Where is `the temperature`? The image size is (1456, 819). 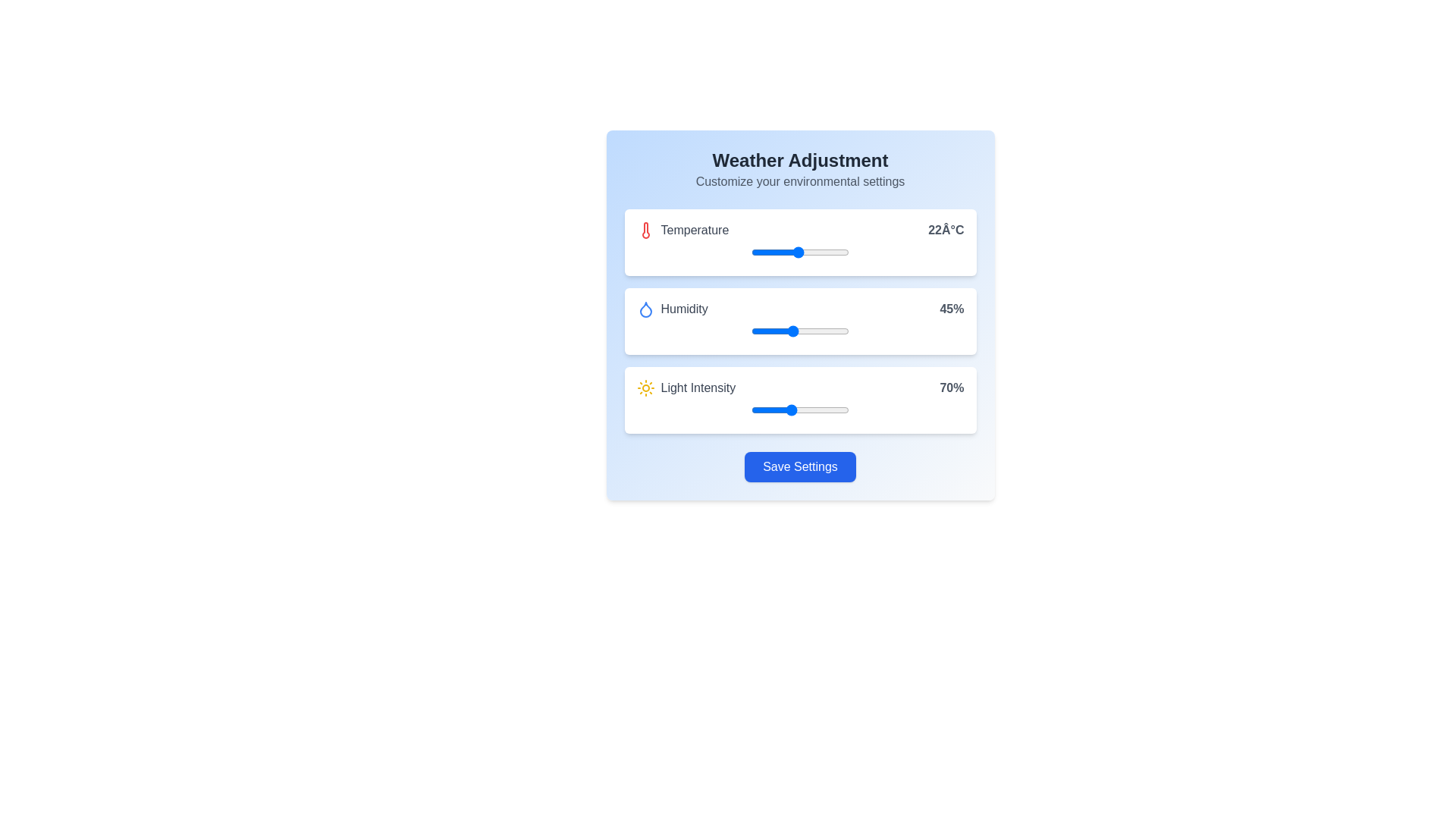 the temperature is located at coordinates (775, 251).